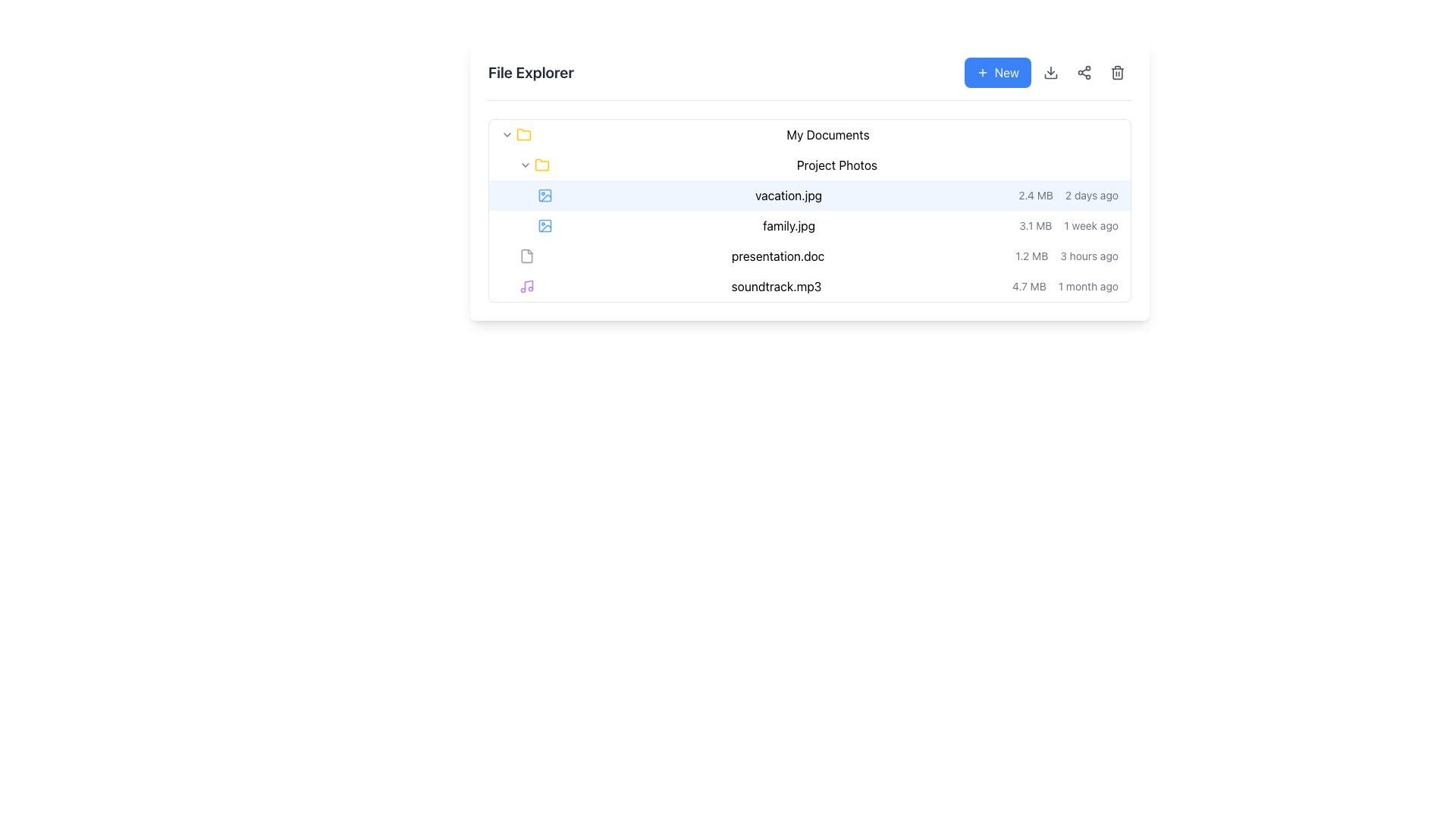 The image size is (1456, 819). Describe the element at coordinates (809, 287) in the screenshot. I see `the file entry row for 'soundtrack.mp3'` at that location.